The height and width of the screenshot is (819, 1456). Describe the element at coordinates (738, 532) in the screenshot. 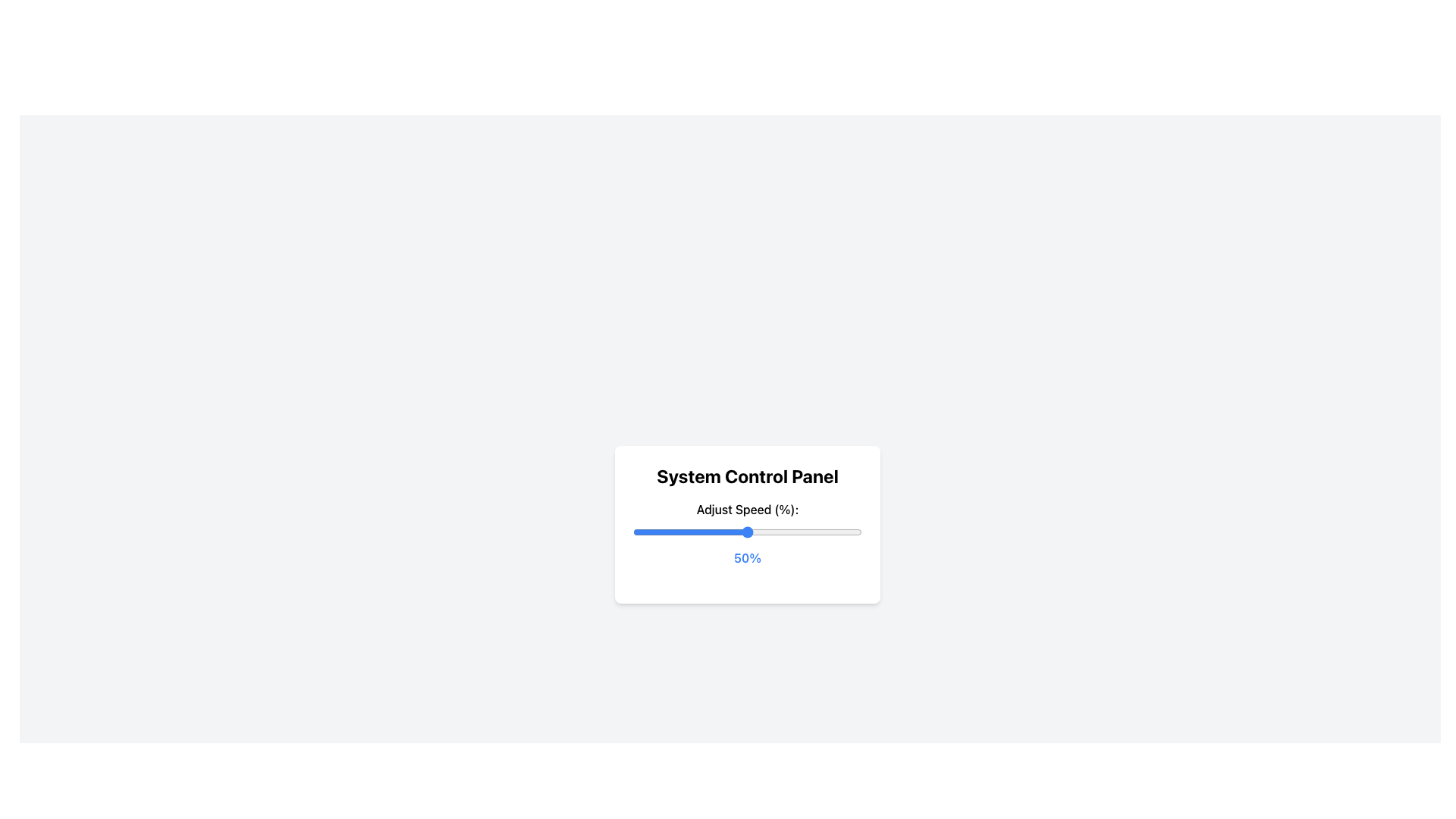

I see `the speed adjustment slider` at that location.